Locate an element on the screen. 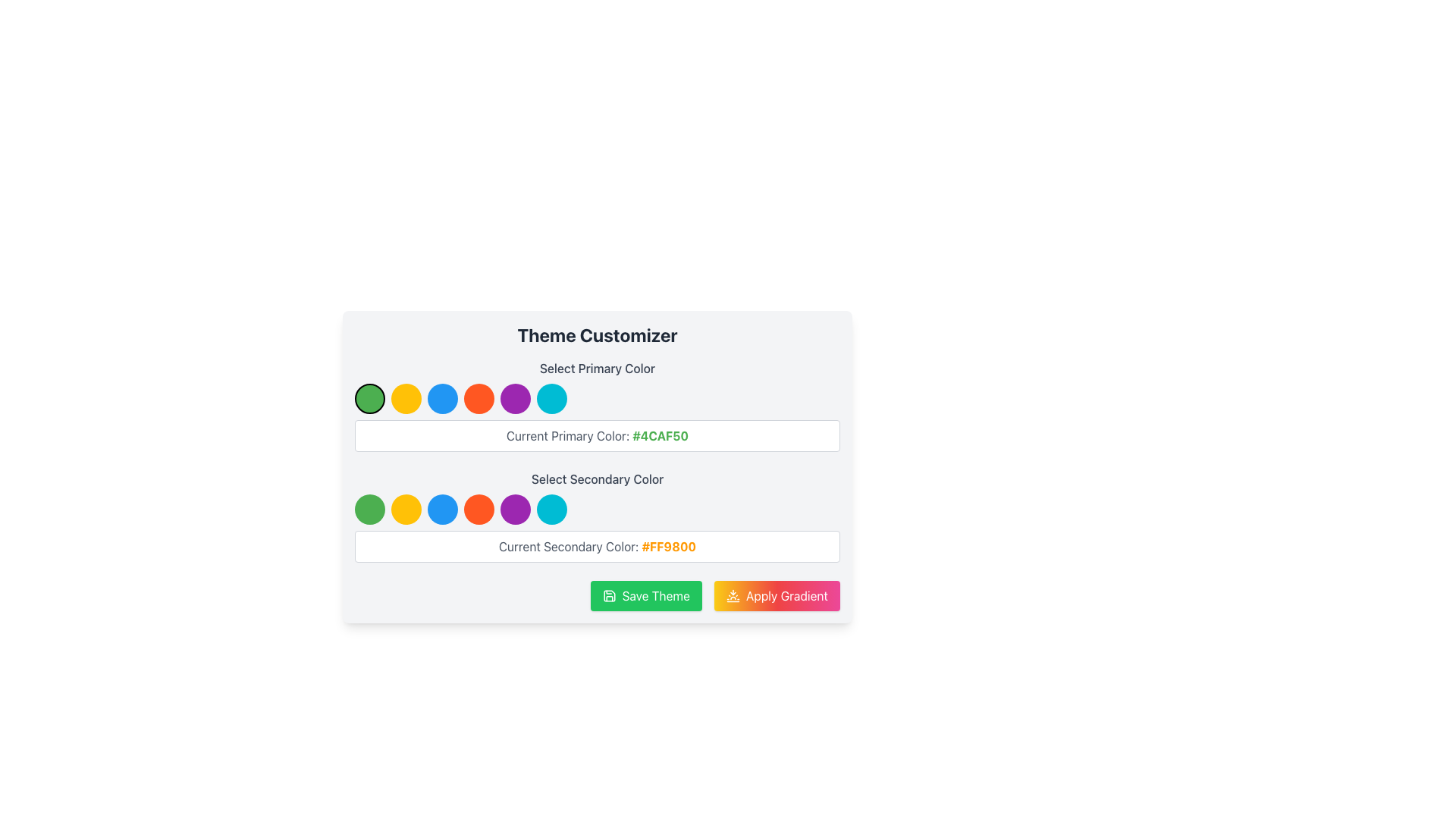  the 'Save Theme' button located on the right side of the 'Theme Customizer' interface is located at coordinates (646, 595).